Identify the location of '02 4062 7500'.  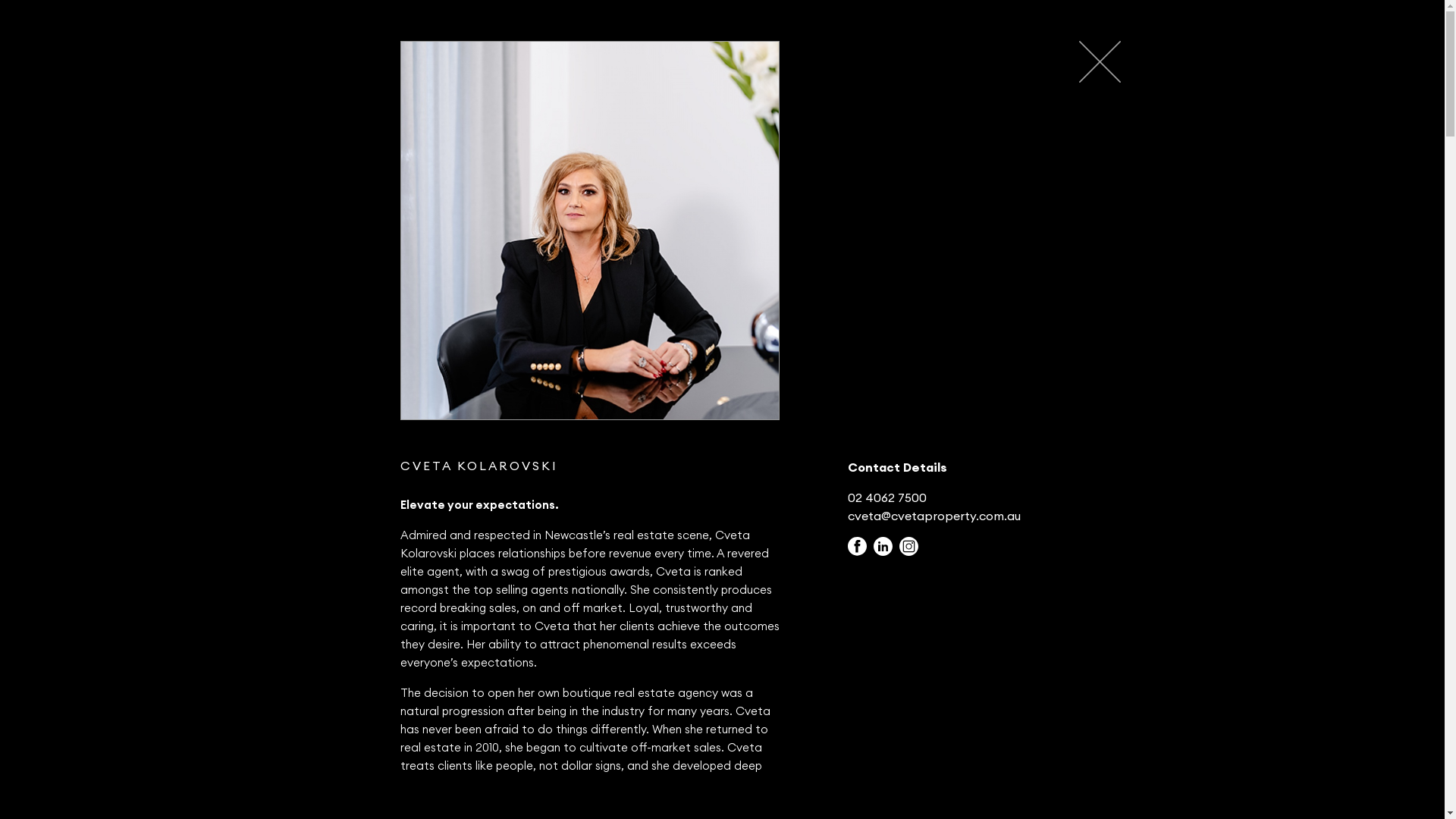
(847, 497).